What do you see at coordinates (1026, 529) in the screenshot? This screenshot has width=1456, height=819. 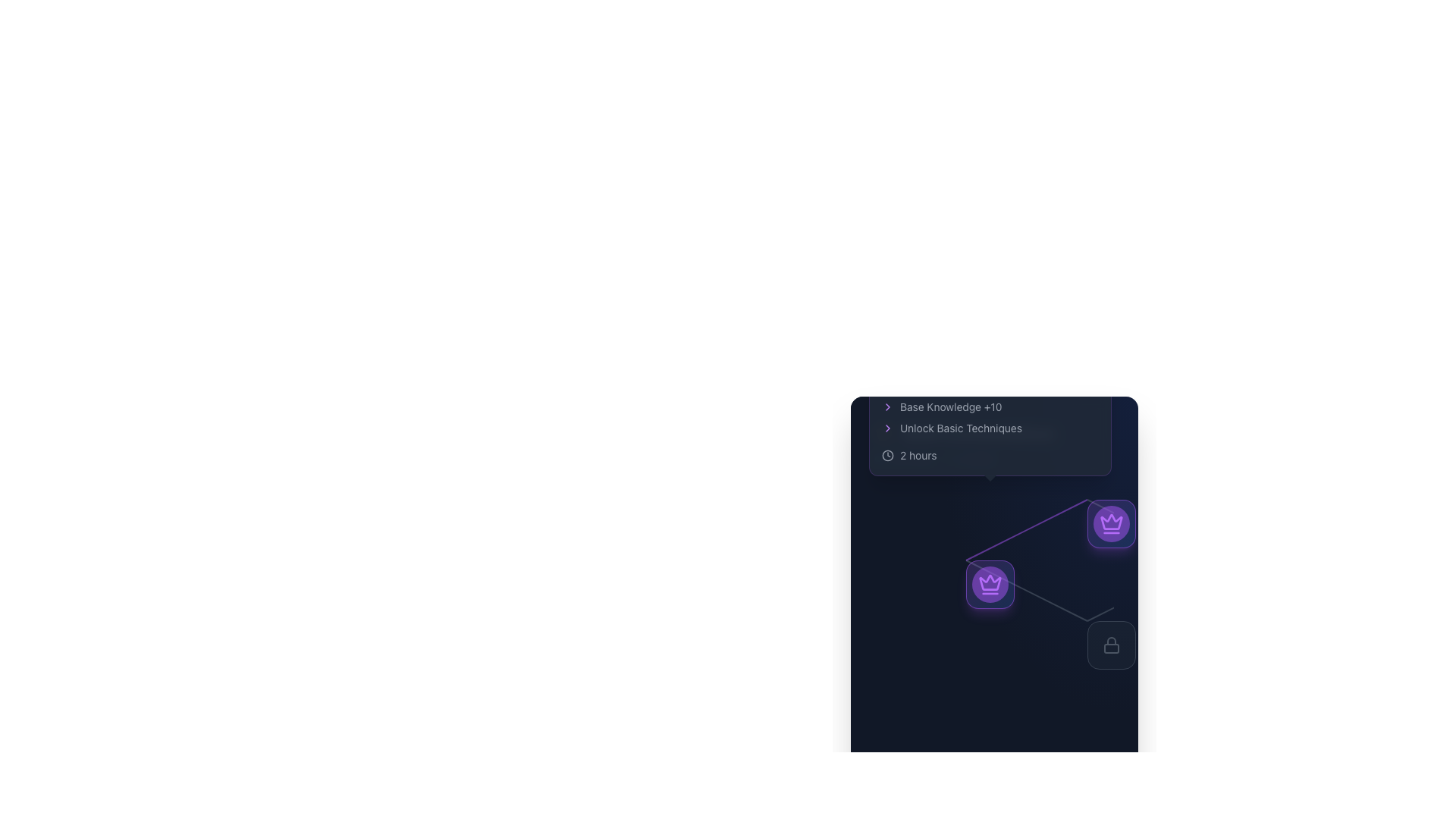 I see `the Connector line that indicates a relationship between two circular icons with crown motifs, positioned below a dark panel displaying textual information` at bounding box center [1026, 529].